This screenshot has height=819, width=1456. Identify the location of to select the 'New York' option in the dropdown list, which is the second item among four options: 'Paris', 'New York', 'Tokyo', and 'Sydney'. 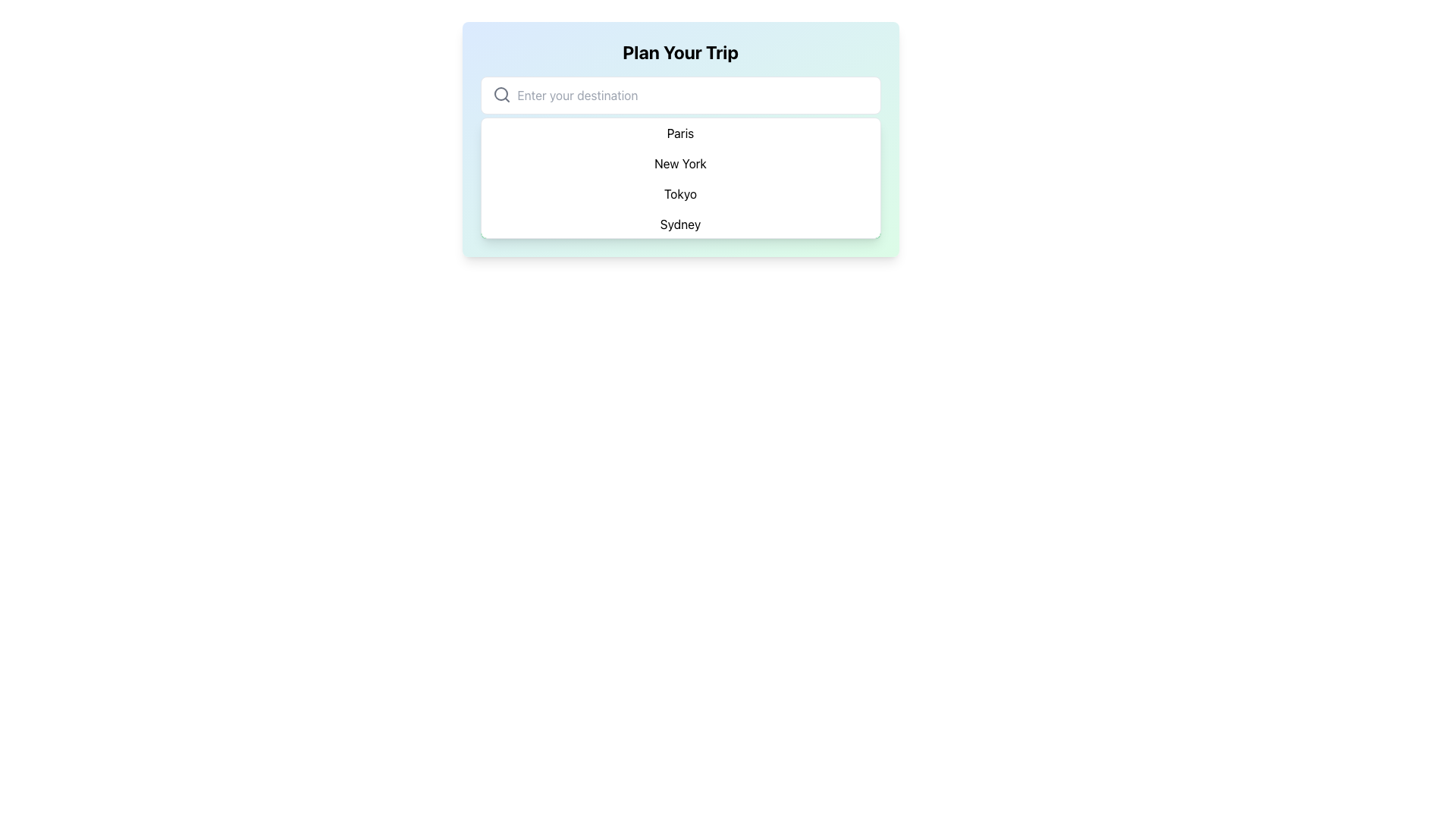
(679, 164).